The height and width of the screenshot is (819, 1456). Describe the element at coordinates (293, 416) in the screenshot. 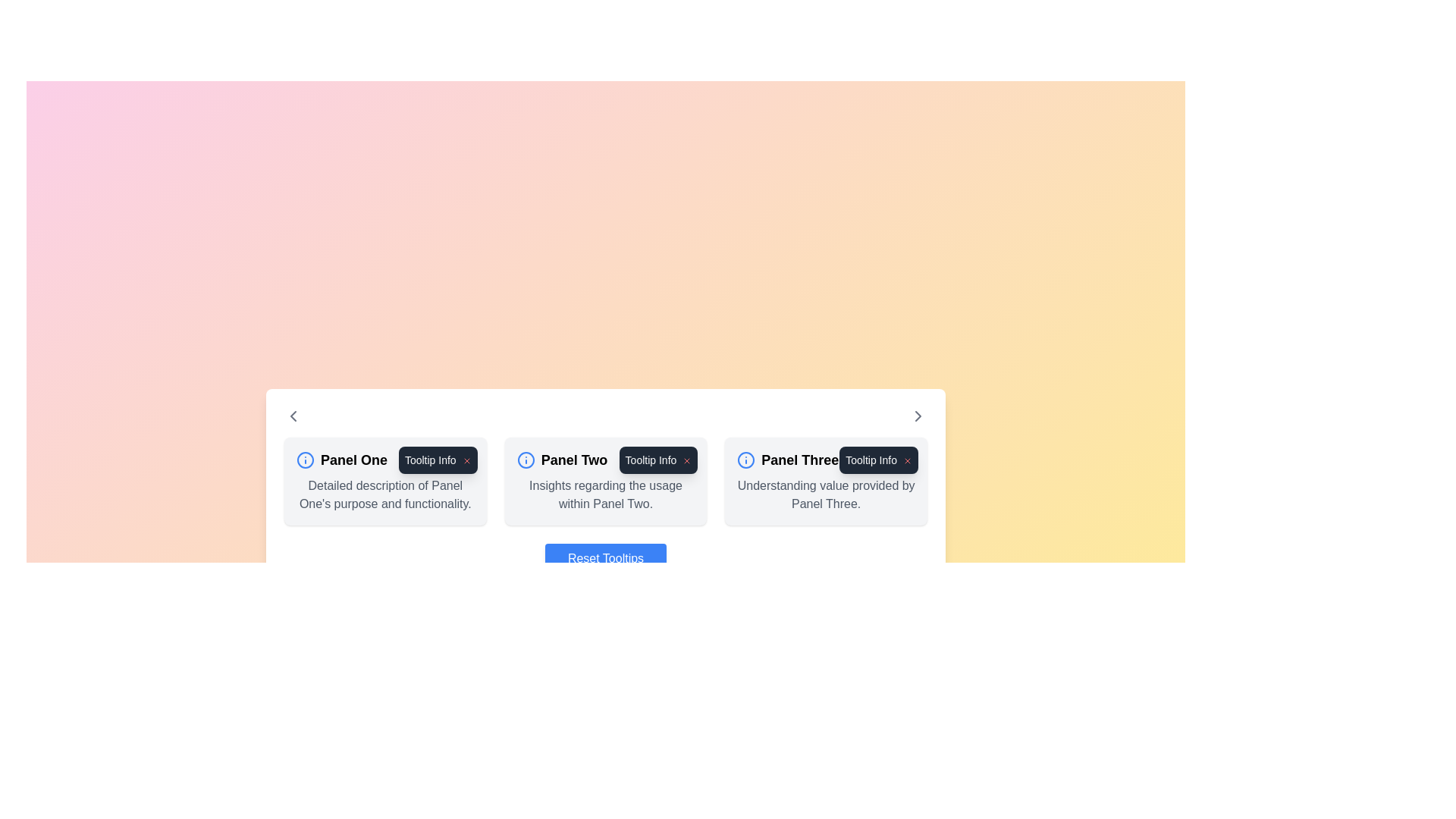

I see `the left-pointing chevron icon button, which is styled in dark gray and shows a hover effect when interacted with` at that location.